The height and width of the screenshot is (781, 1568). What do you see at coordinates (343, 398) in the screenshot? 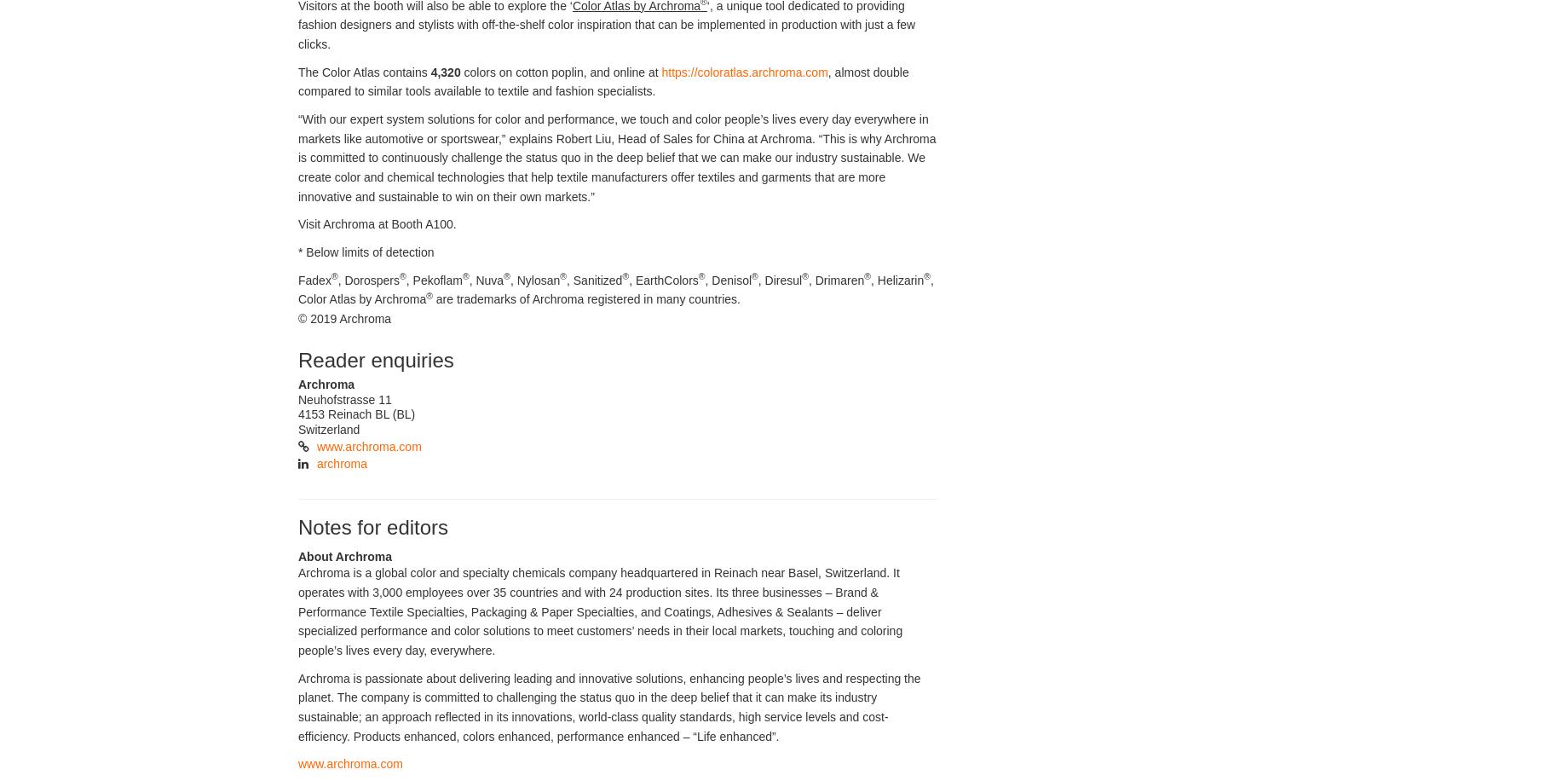
I see `'Neuhofstrasse 11'` at bounding box center [343, 398].